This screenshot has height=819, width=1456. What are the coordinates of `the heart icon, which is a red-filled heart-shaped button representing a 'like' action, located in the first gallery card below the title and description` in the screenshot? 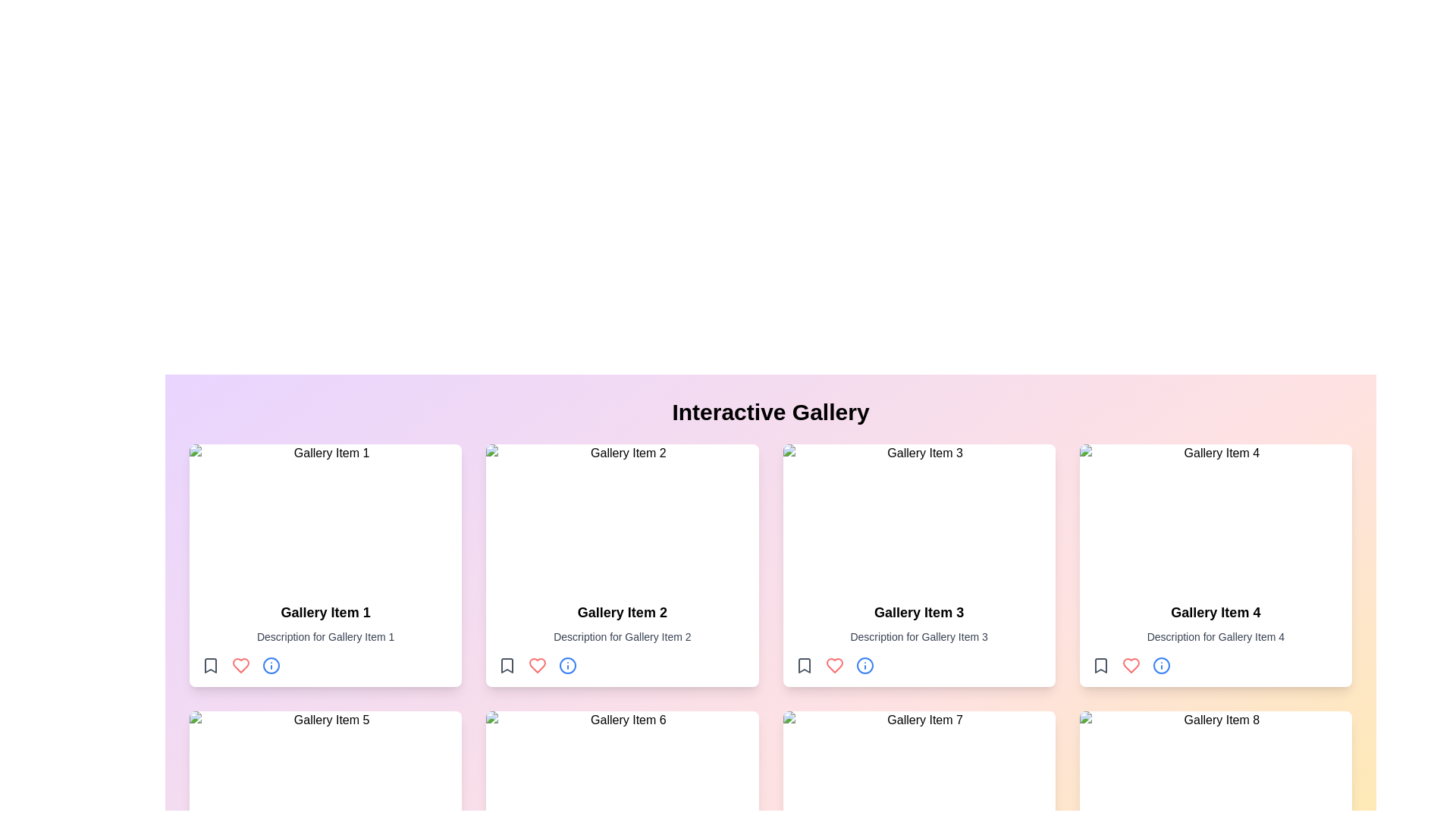 It's located at (240, 665).